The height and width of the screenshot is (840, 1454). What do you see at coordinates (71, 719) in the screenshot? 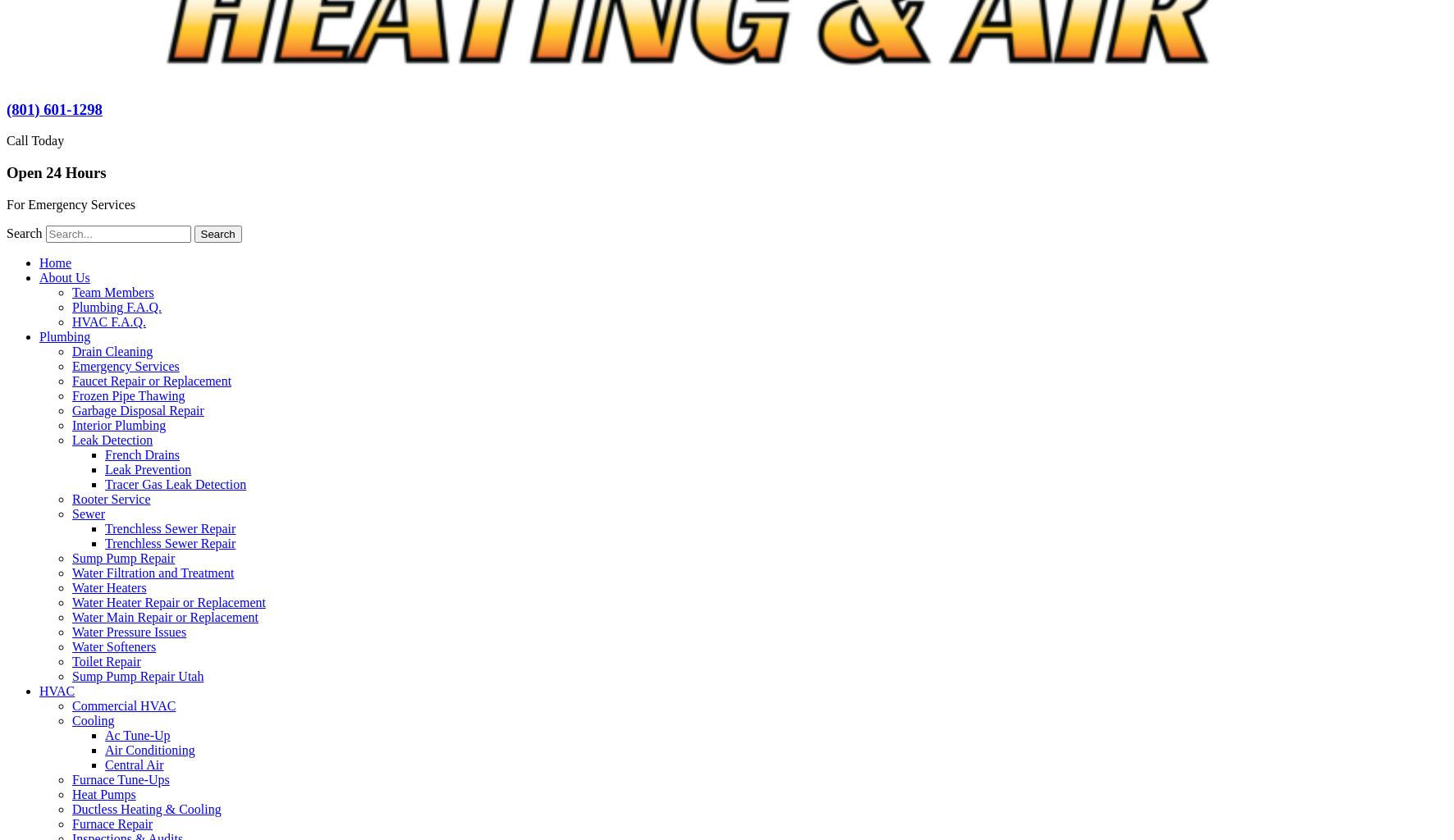
I see `'Cooling'` at bounding box center [71, 719].